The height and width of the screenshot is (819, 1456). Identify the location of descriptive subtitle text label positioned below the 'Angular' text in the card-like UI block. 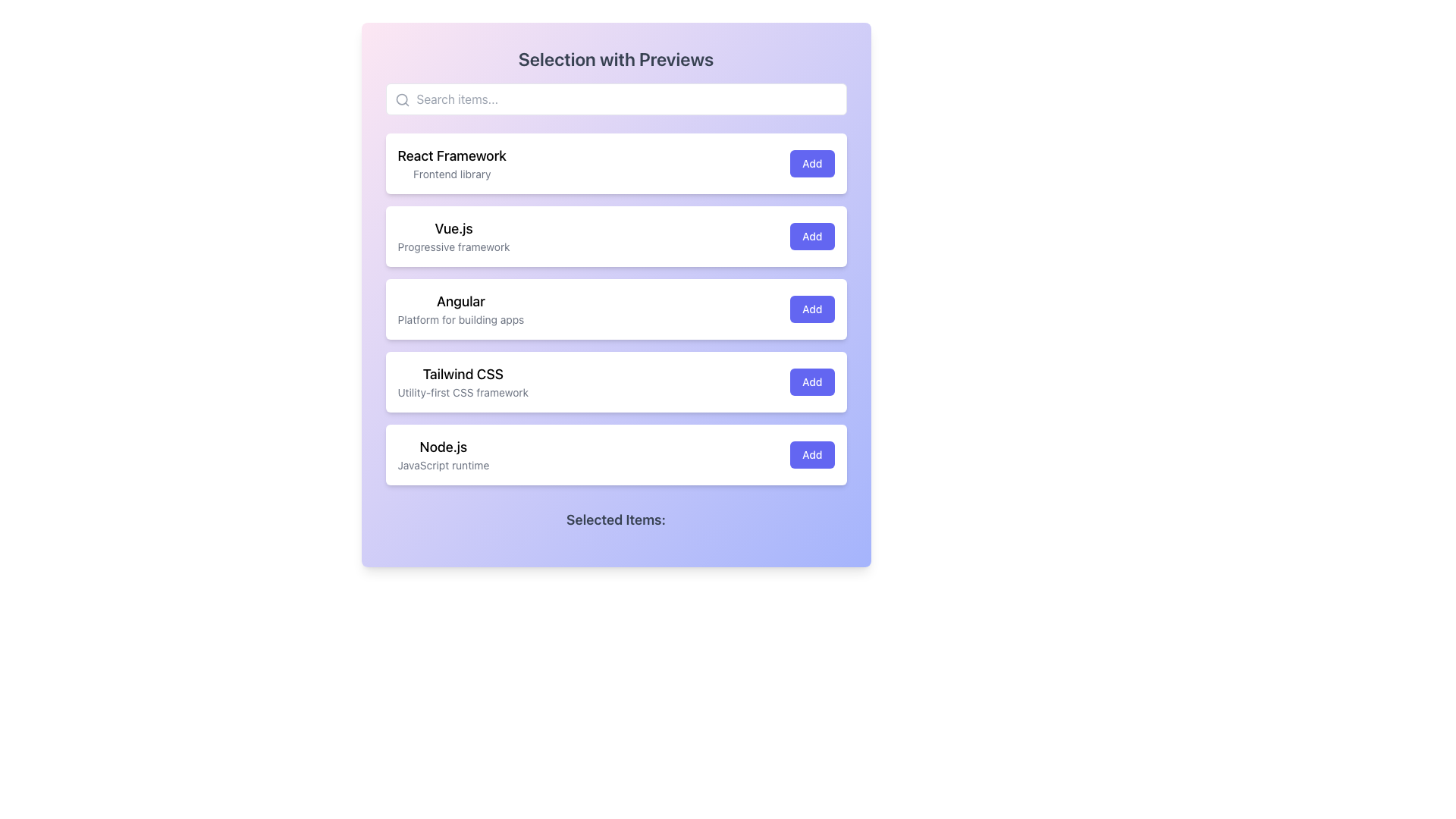
(460, 318).